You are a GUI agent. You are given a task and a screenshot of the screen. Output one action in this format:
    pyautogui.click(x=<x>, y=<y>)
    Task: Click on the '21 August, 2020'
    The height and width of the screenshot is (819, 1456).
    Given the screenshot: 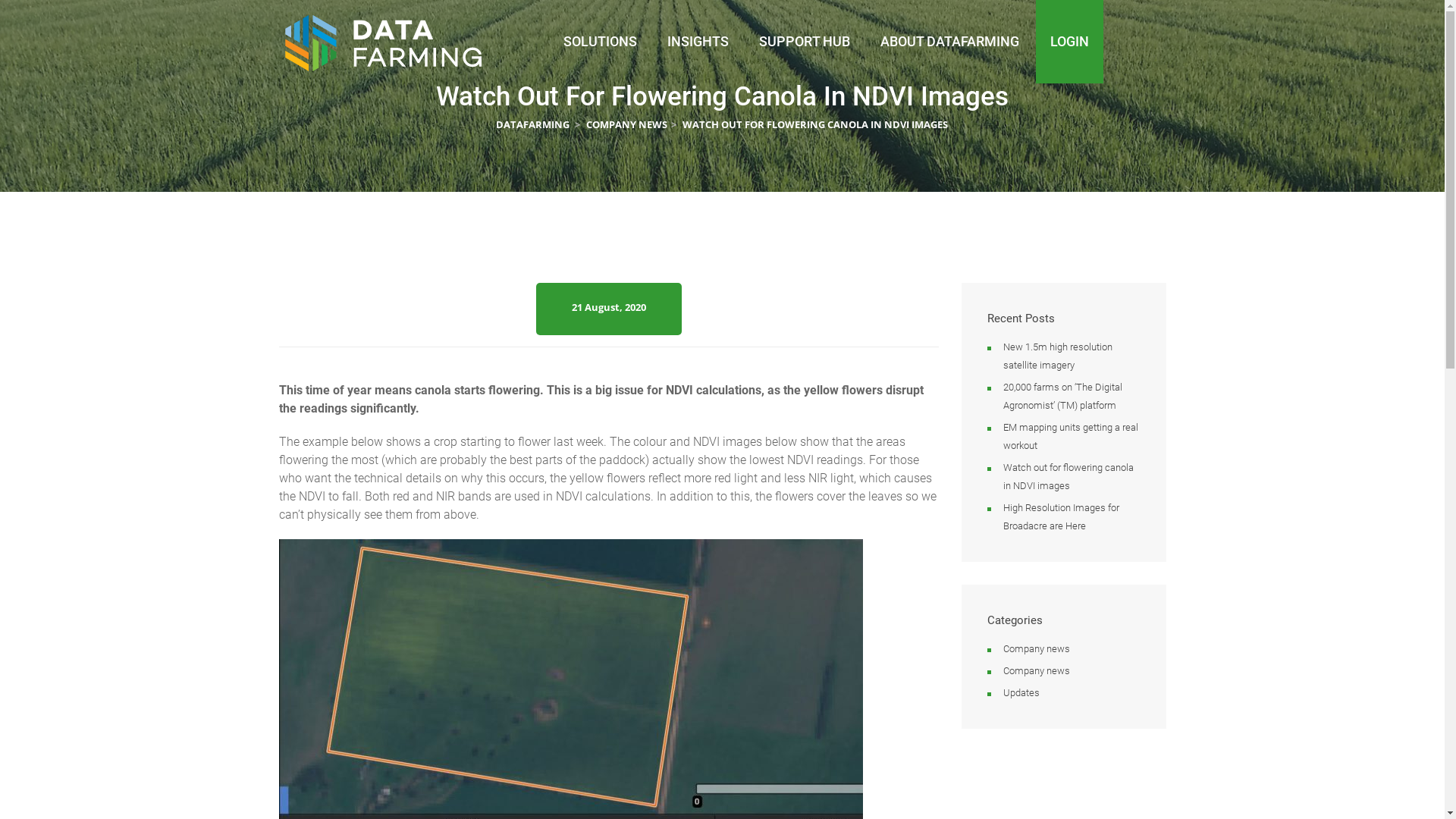 What is the action you would take?
    pyautogui.click(x=608, y=307)
    